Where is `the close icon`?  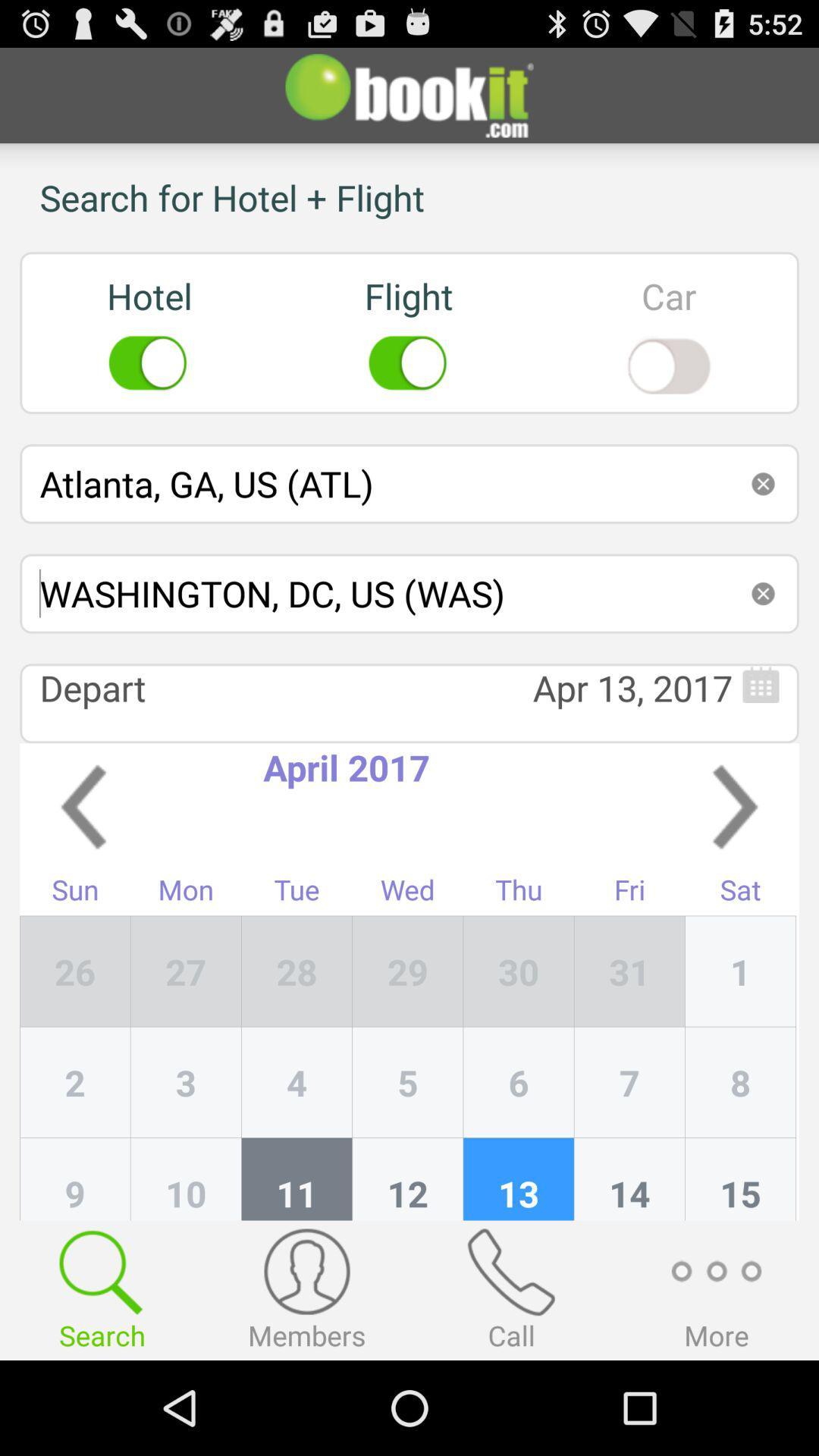 the close icon is located at coordinates (763, 635).